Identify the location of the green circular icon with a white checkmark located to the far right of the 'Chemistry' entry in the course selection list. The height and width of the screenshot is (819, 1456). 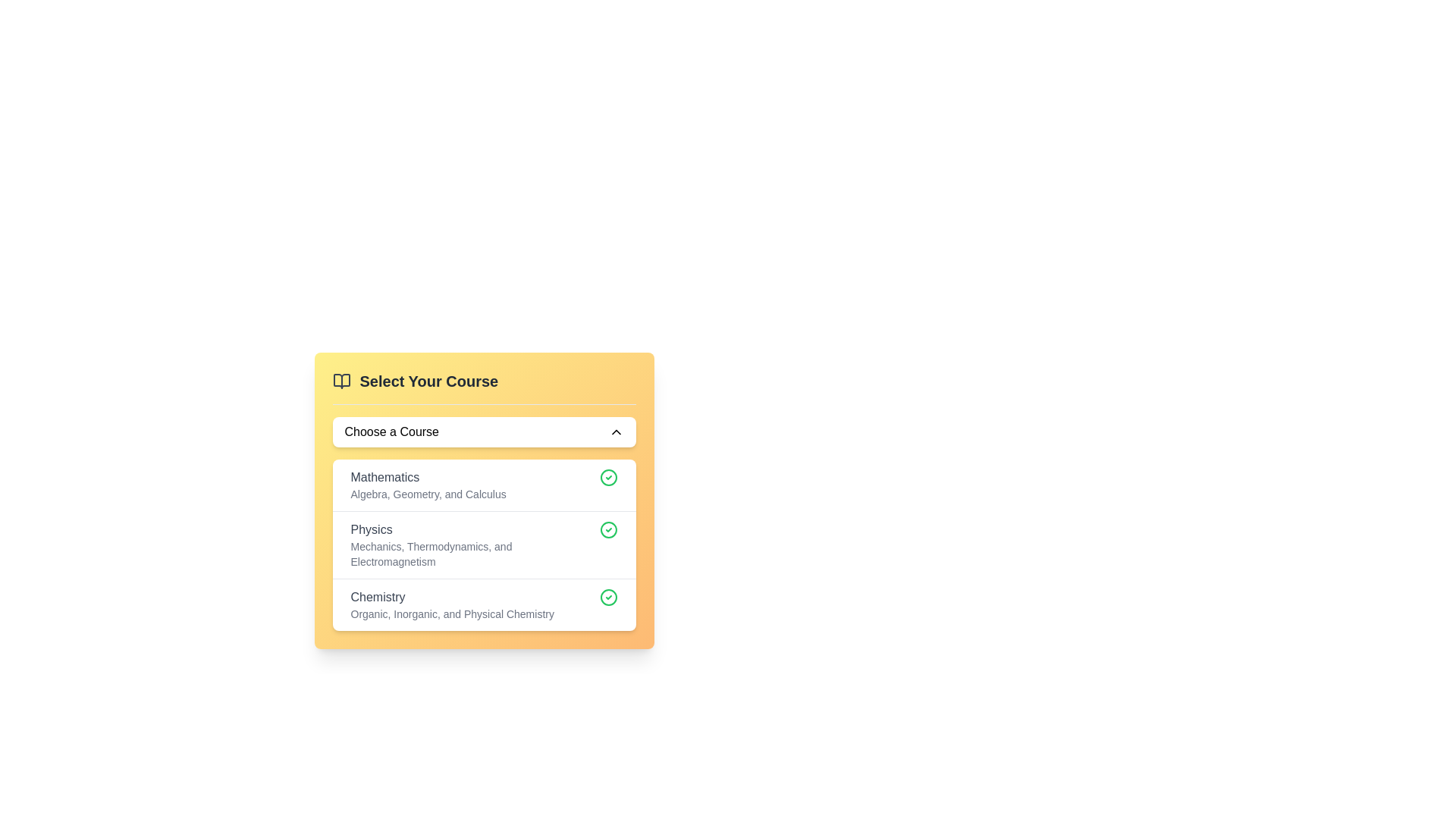
(608, 529).